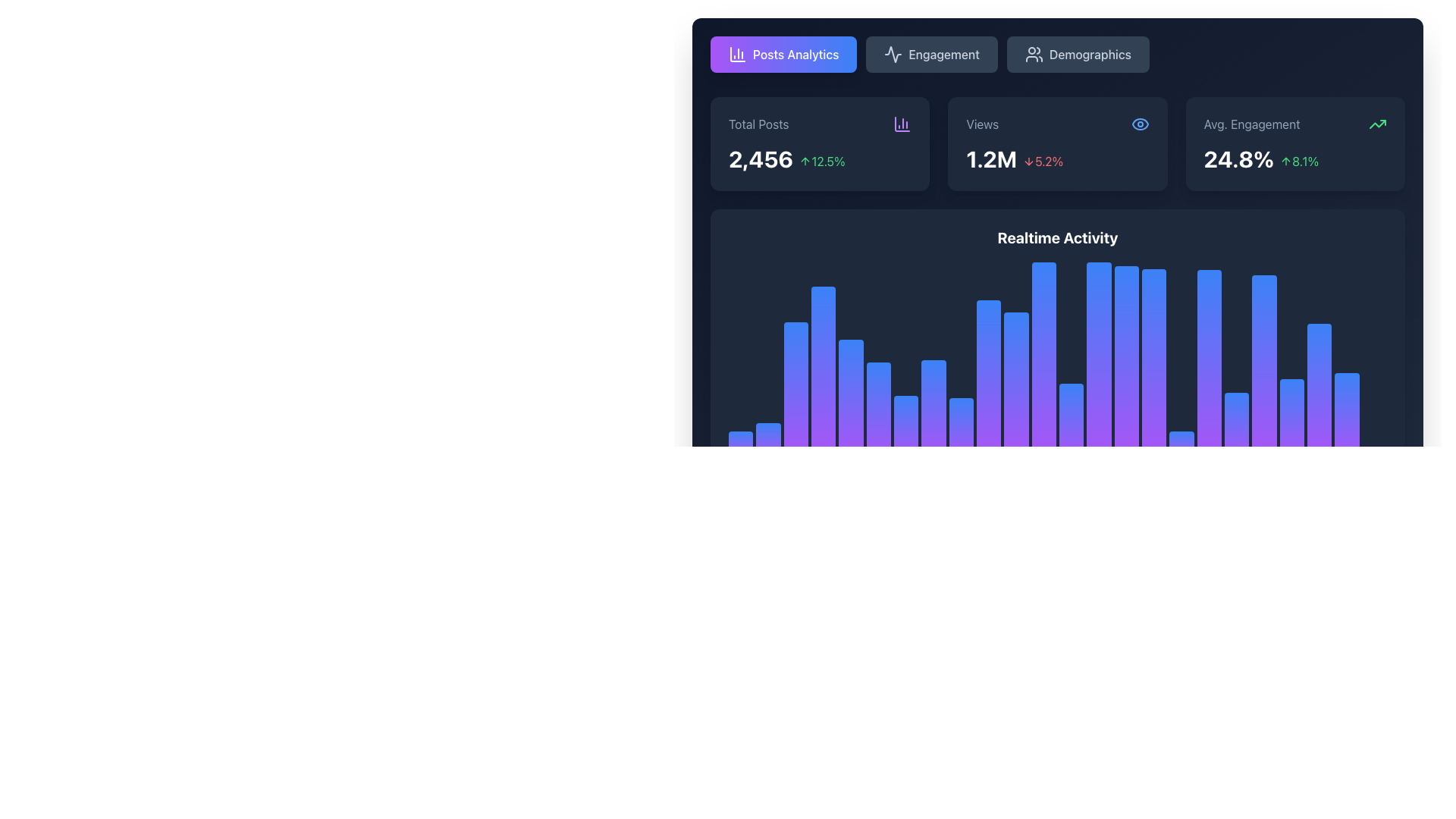 The image size is (1456, 819). I want to click on displayed numerical value and percentage indicator from the data display unit located within the 'Total Posts' card on the dashboard interface, so click(819, 158).